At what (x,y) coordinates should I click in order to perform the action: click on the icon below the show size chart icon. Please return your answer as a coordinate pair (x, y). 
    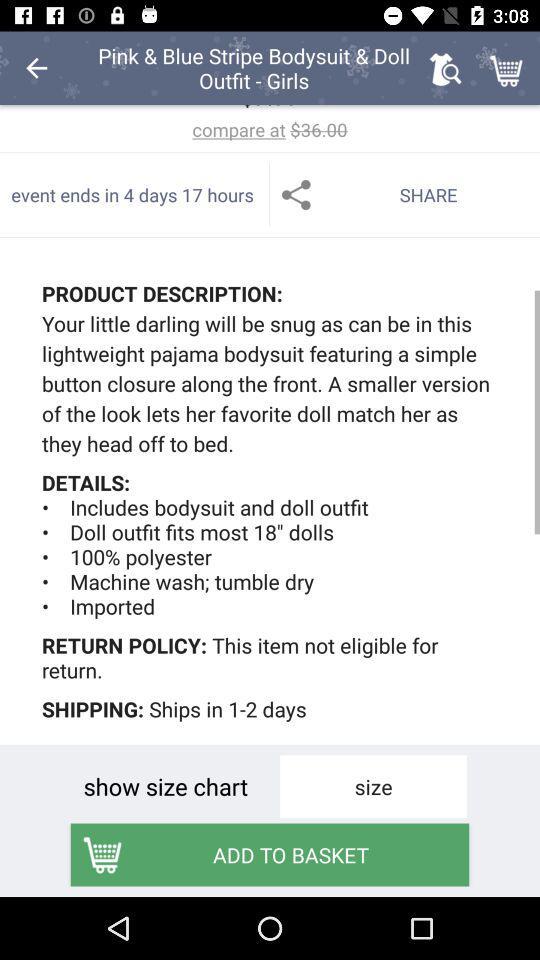
    Looking at the image, I should click on (270, 853).